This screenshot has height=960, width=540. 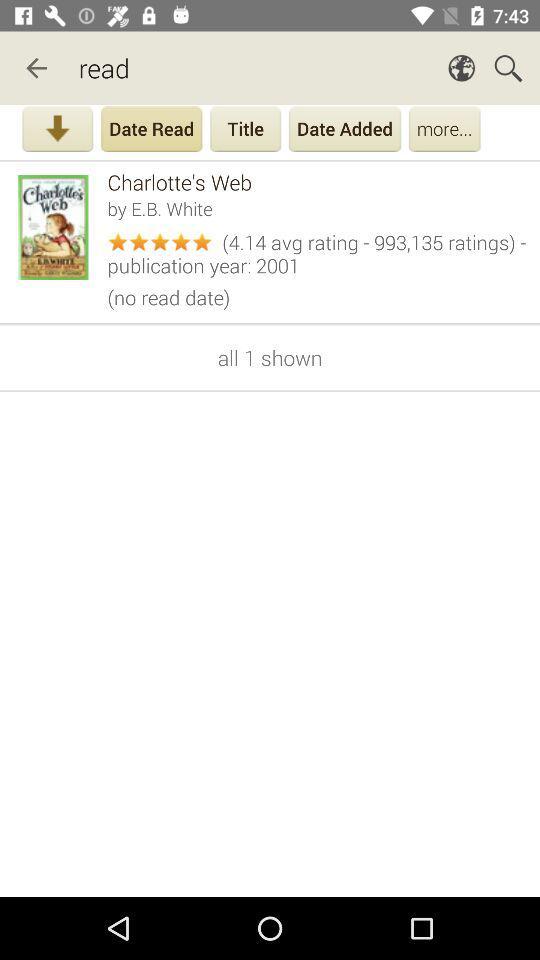 What do you see at coordinates (245, 130) in the screenshot?
I see `title` at bounding box center [245, 130].